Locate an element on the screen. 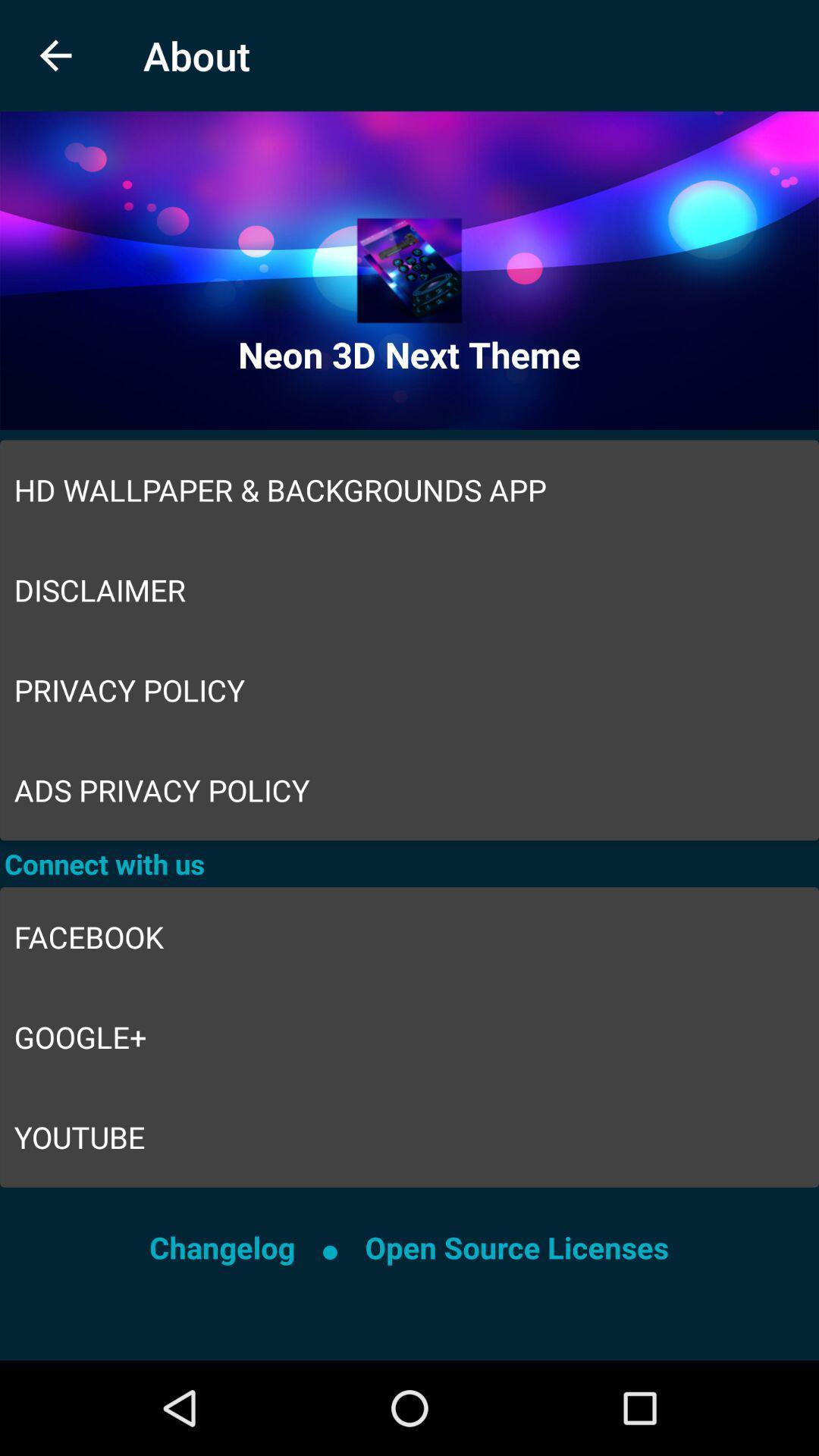 This screenshot has height=1456, width=819. item above google+ icon is located at coordinates (409, 936).